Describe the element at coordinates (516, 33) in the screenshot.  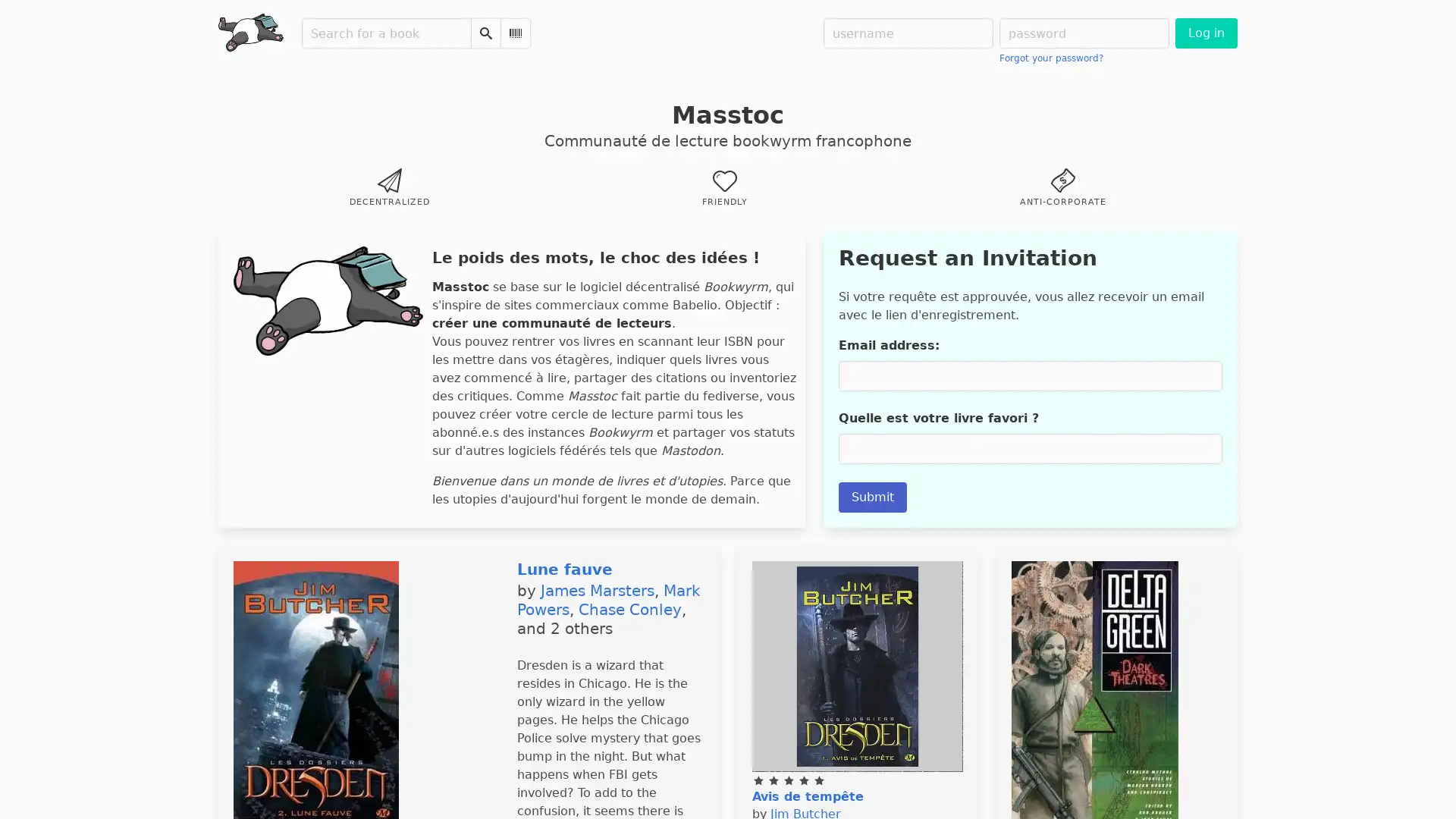
I see `Scan Barcode` at that location.